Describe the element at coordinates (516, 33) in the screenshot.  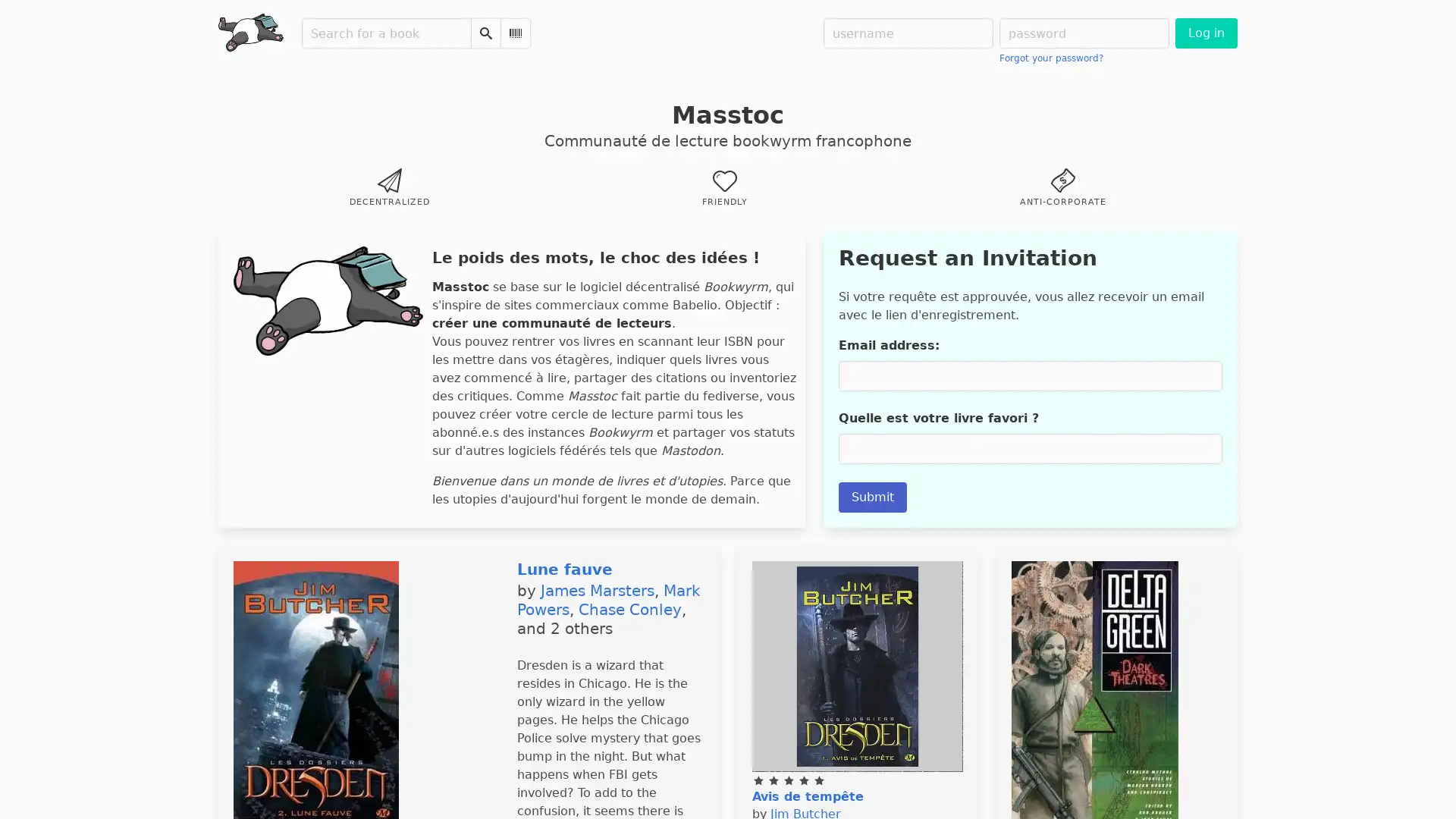
I see `Scan Barcode` at that location.